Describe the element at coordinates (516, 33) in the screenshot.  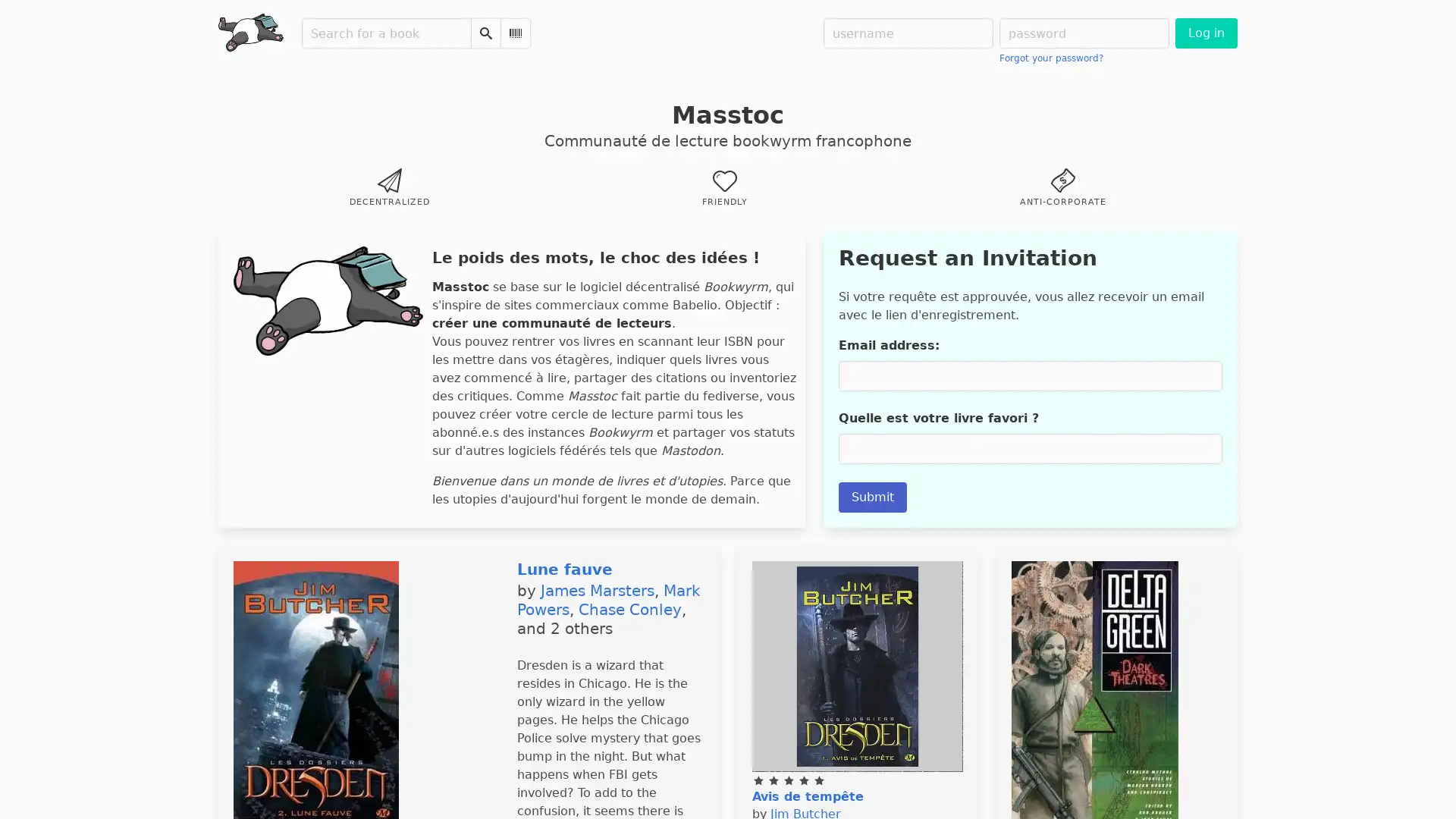
I see `Scan Barcode` at that location.